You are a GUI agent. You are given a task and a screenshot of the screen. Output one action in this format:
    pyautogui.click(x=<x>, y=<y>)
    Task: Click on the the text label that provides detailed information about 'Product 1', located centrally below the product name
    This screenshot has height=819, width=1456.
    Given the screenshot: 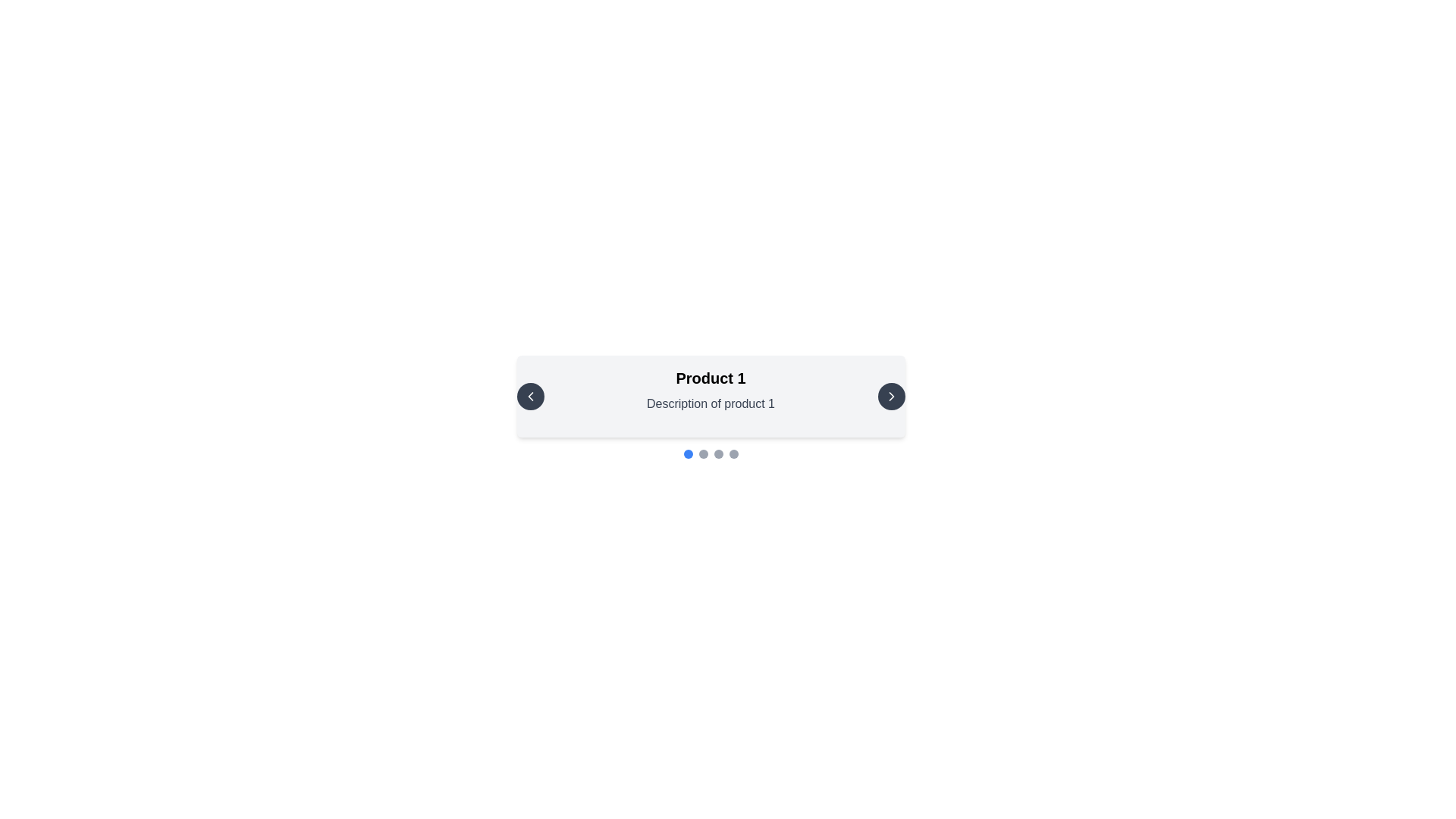 What is the action you would take?
    pyautogui.click(x=710, y=403)
    